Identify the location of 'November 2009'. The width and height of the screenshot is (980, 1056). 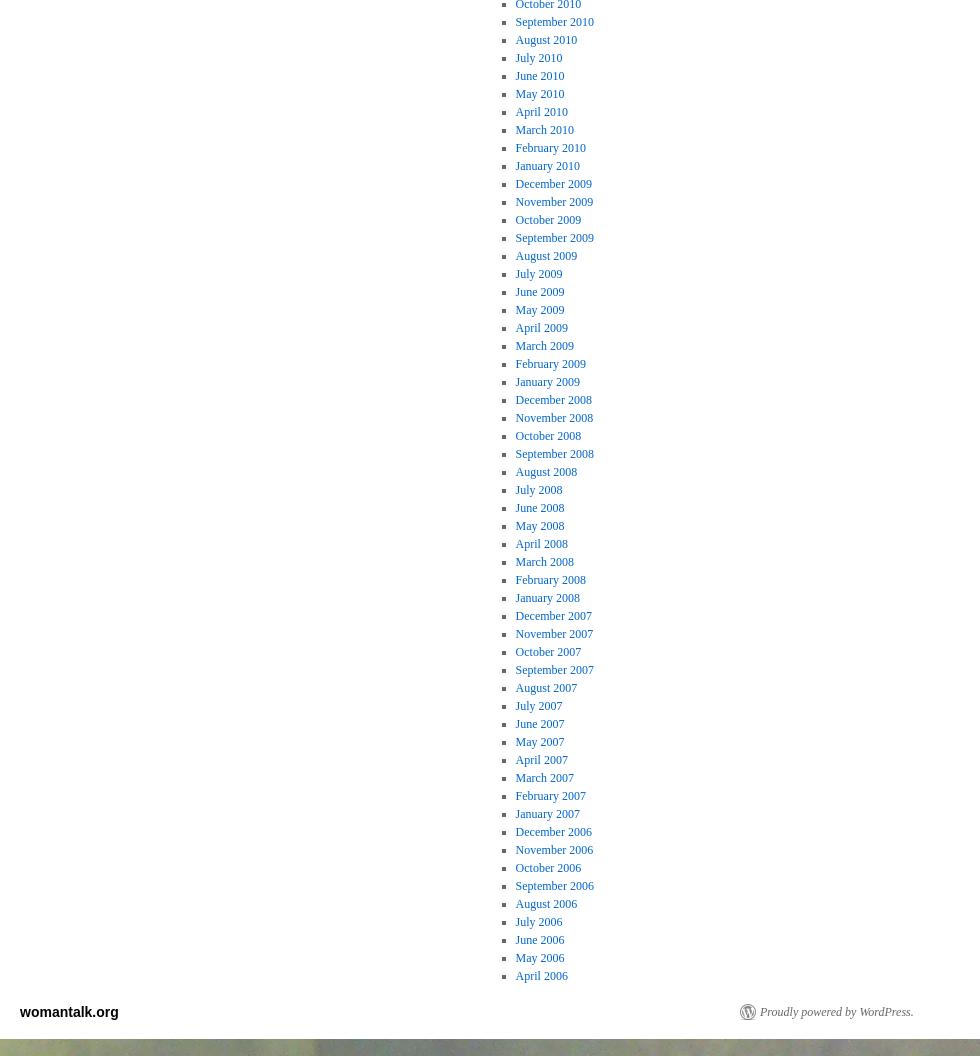
(553, 199).